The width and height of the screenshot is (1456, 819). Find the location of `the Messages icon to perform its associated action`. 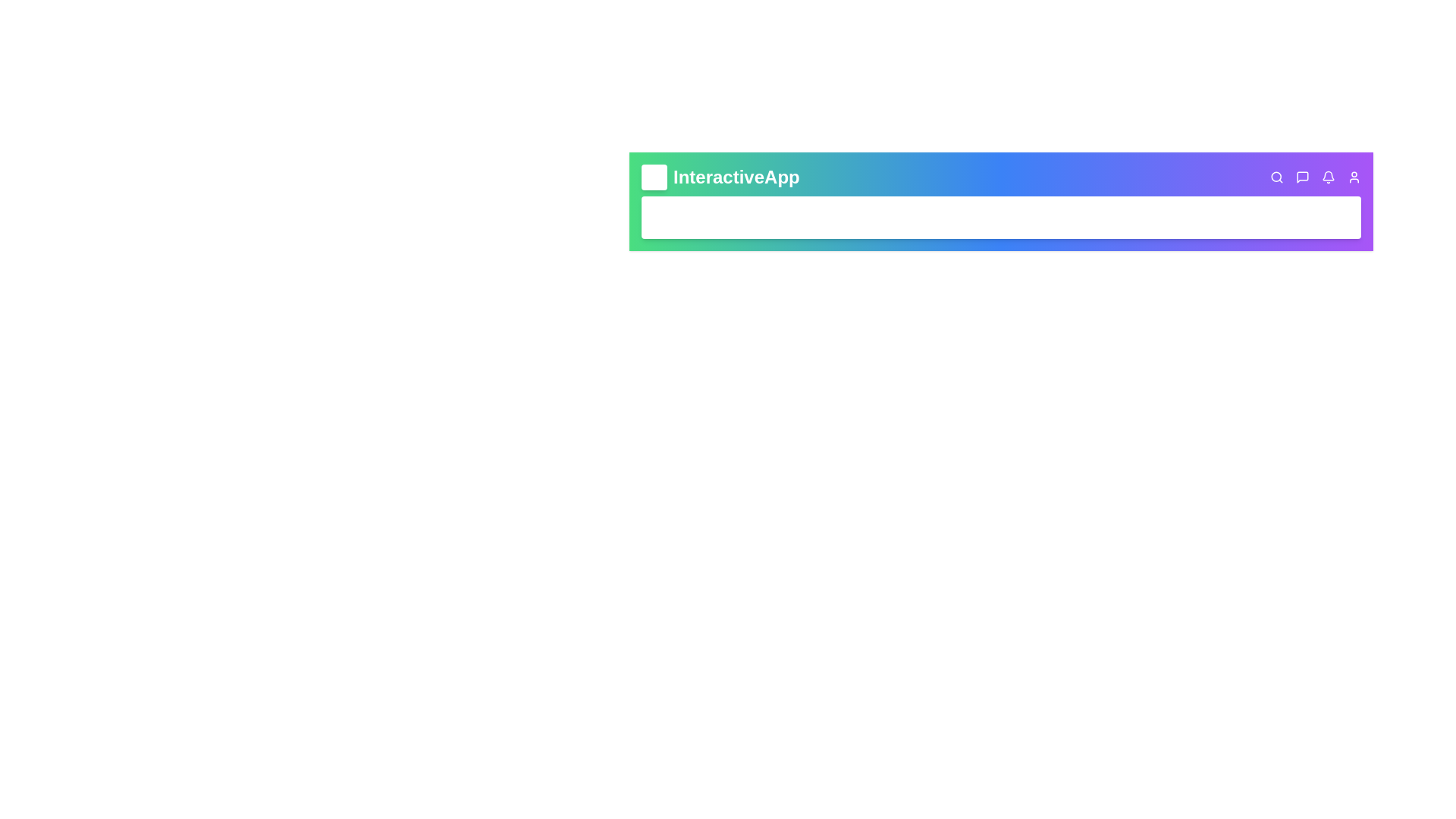

the Messages icon to perform its associated action is located at coordinates (1302, 177).